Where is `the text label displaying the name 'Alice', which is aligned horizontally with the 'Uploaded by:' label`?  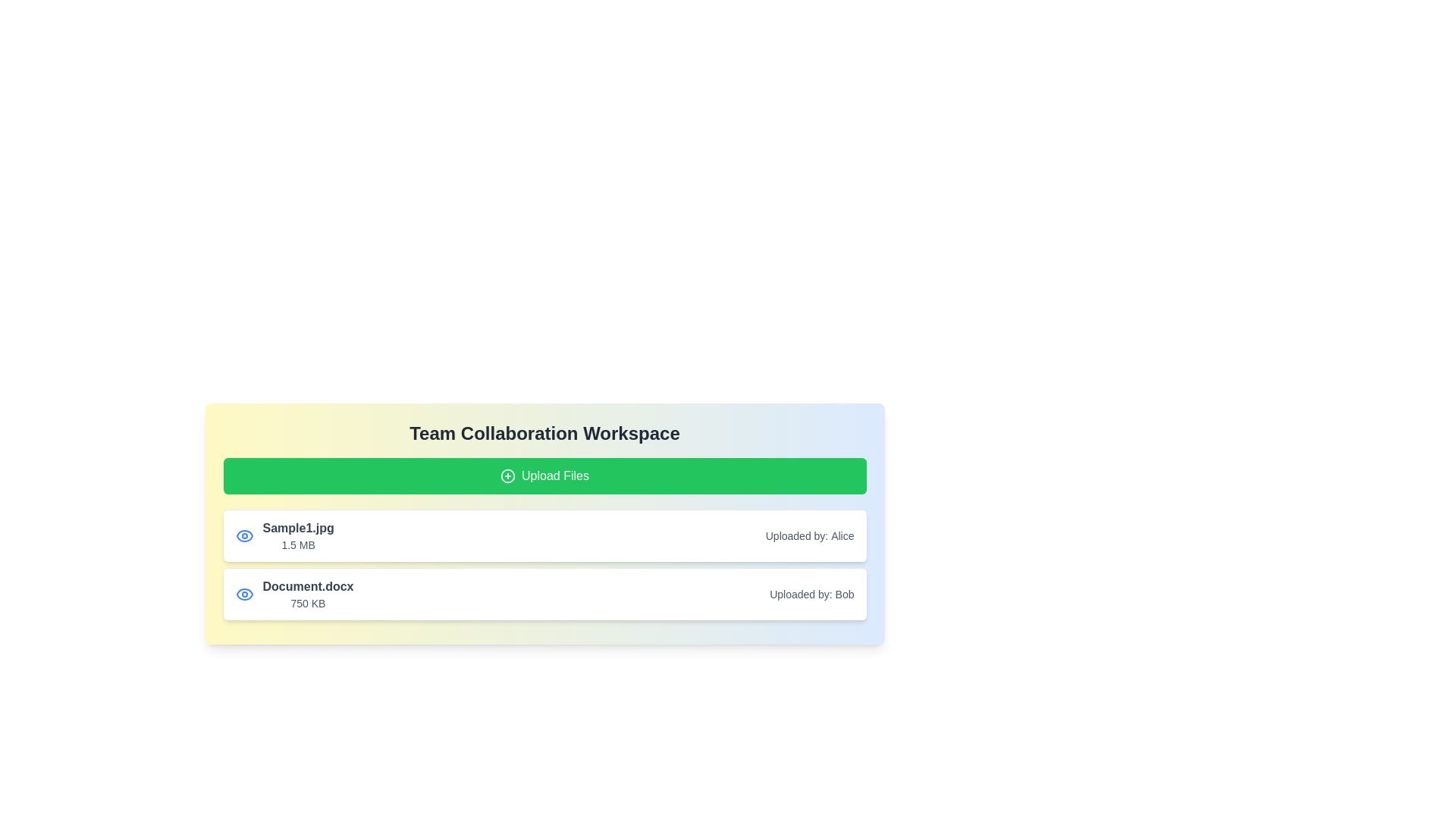 the text label displaying the name 'Alice', which is aligned horizontally with the 'Uploaded by:' label is located at coordinates (842, 535).